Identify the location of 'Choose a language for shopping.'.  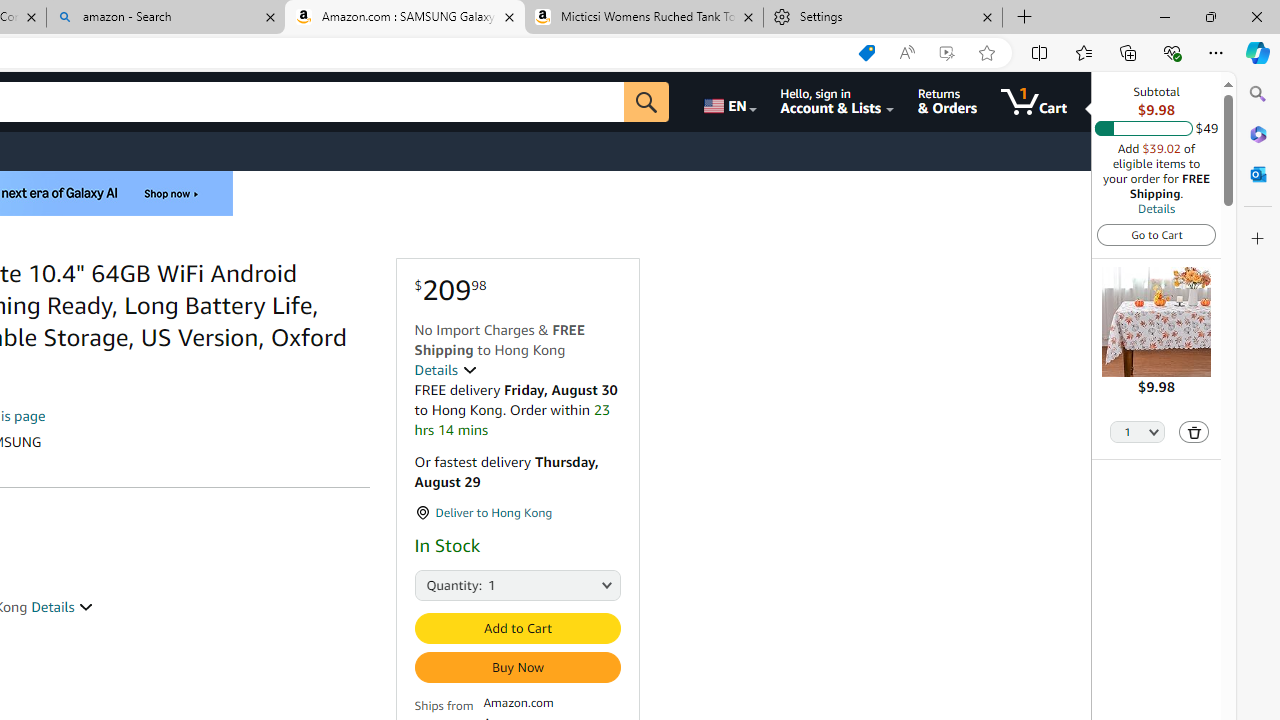
(727, 101).